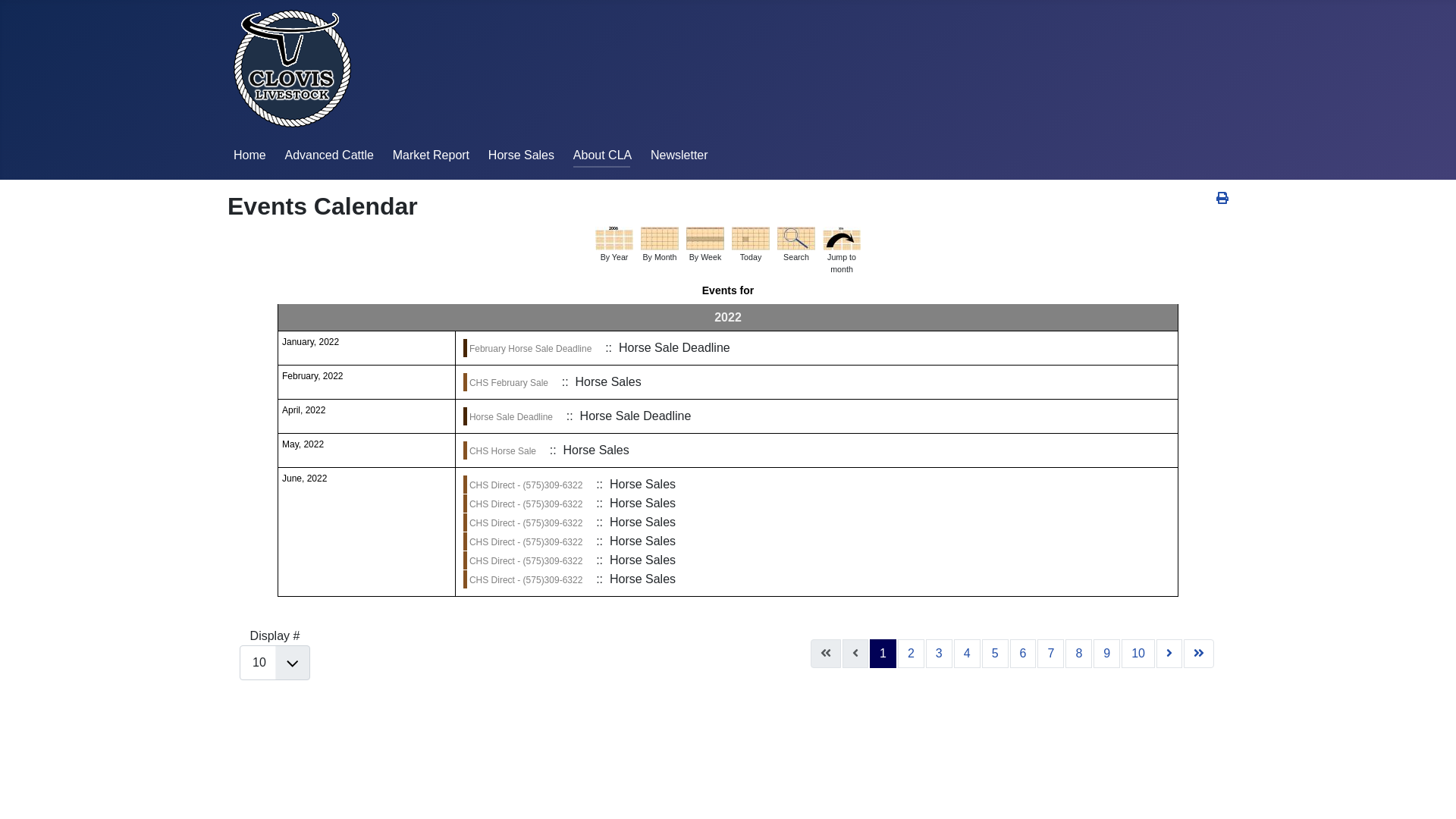 Image resolution: width=1456 pixels, height=819 pixels. What do you see at coordinates (731, 237) in the screenshot?
I see `'Today'` at bounding box center [731, 237].